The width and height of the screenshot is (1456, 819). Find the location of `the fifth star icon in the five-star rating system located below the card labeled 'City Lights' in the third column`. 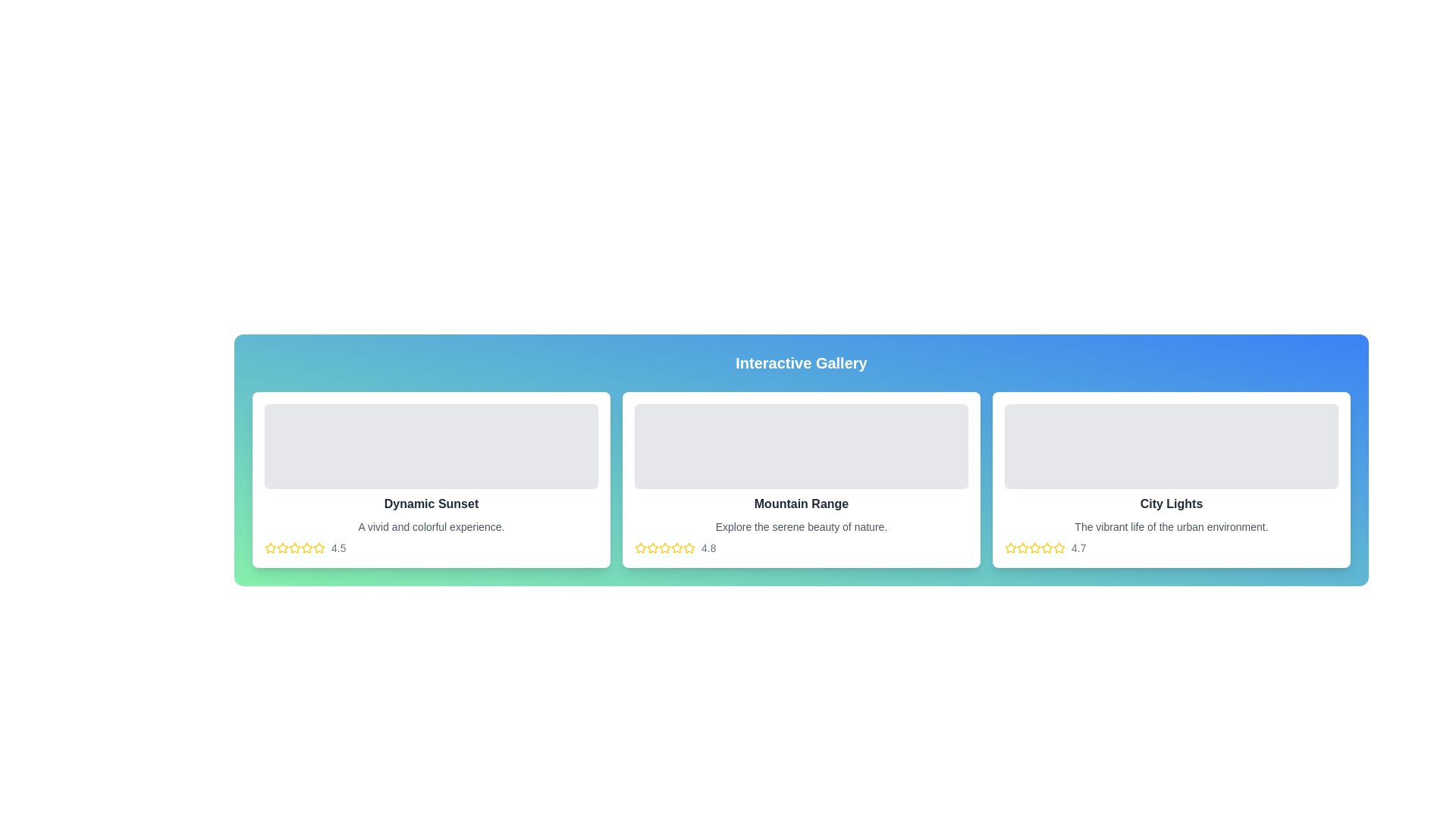

the fifth star icon in the five-star rating system located below the card labeled 'City Lights' in the third column is located at coordinates (1058, 548).